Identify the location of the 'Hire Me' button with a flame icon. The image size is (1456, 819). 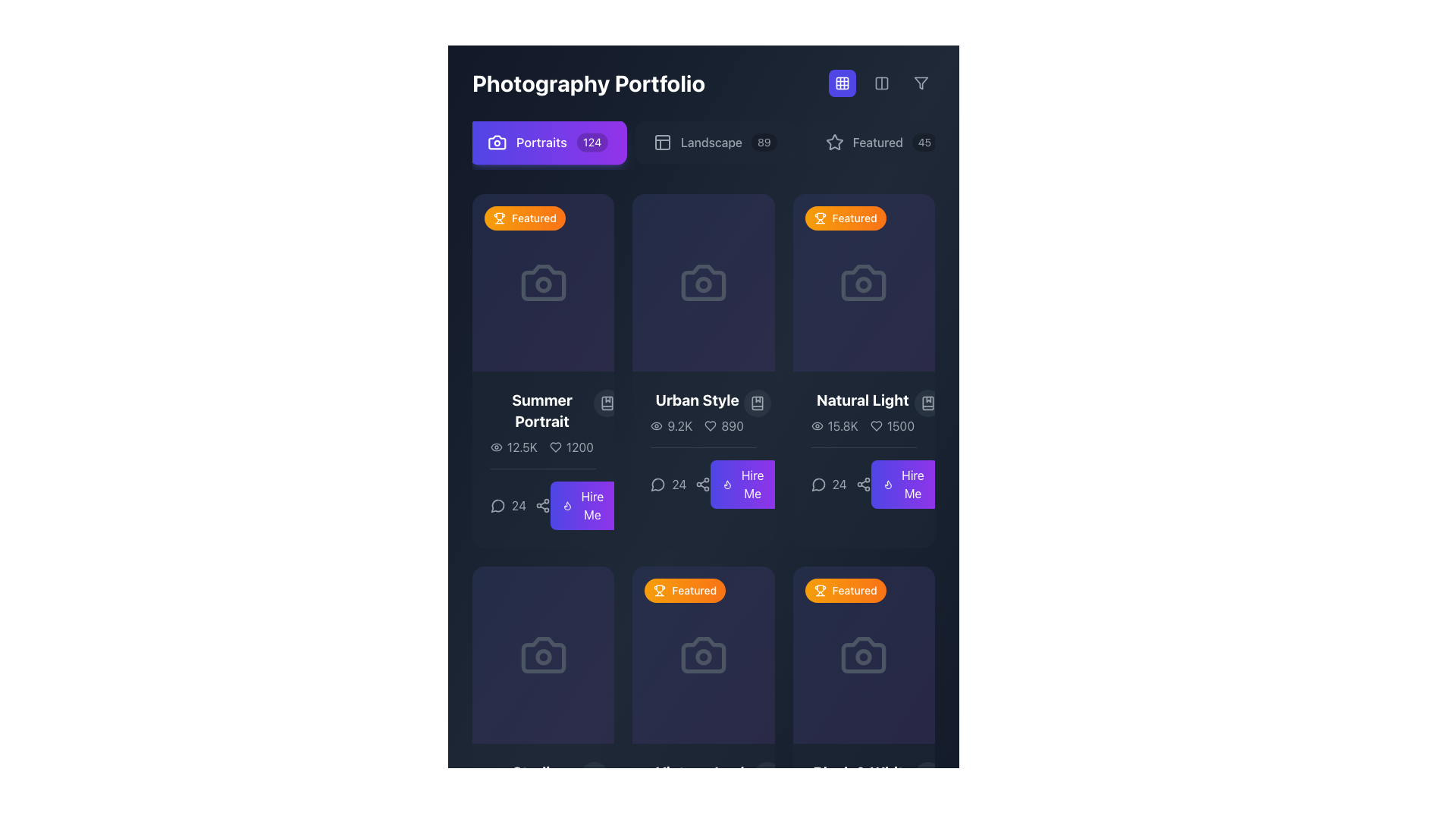
(583, 506).